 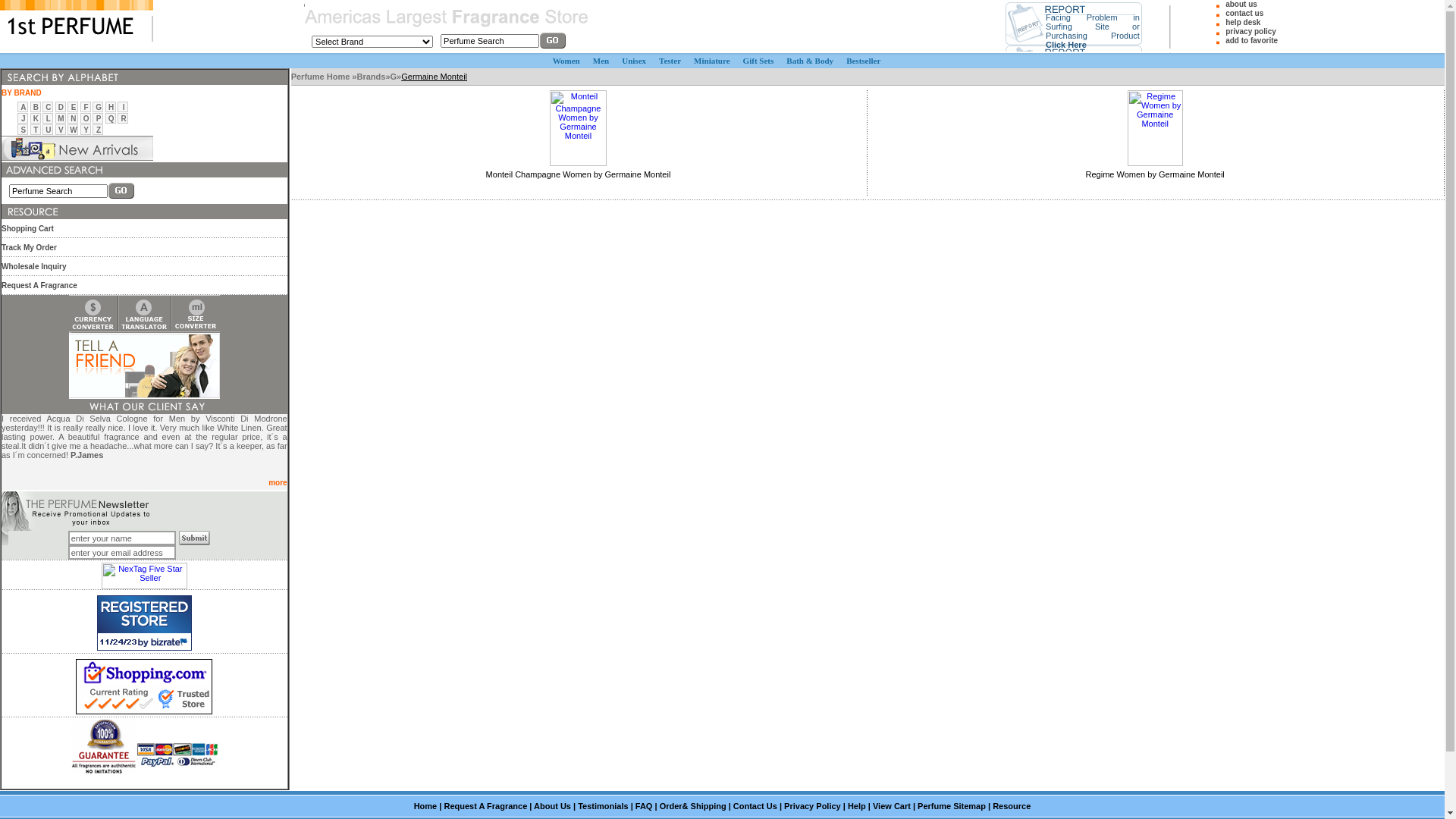 I want to click on 'Shopping Cart', so click(x=27, y=228).